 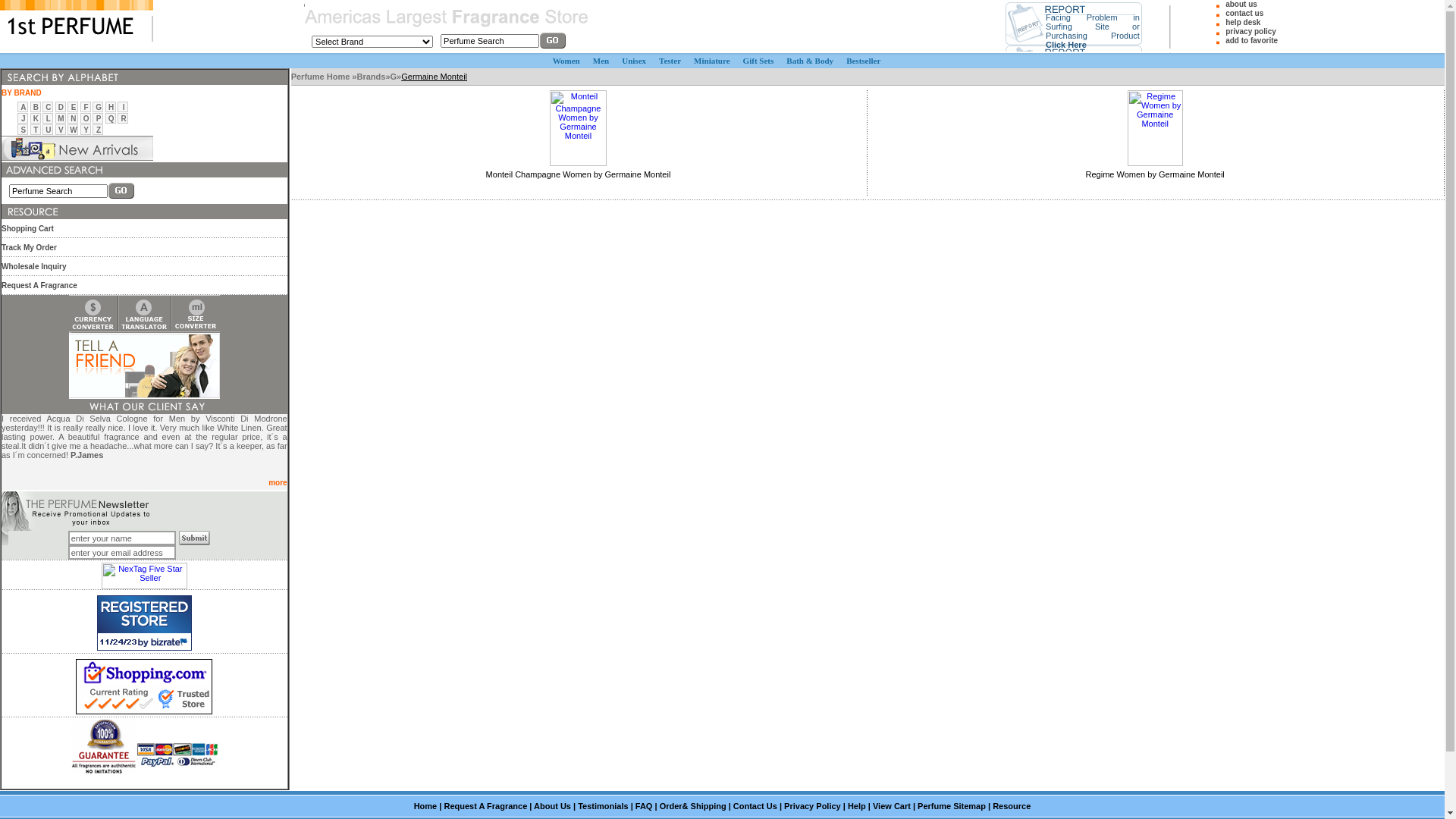 I want to click on 'Shopping Cart', so click(x=27, y=228).